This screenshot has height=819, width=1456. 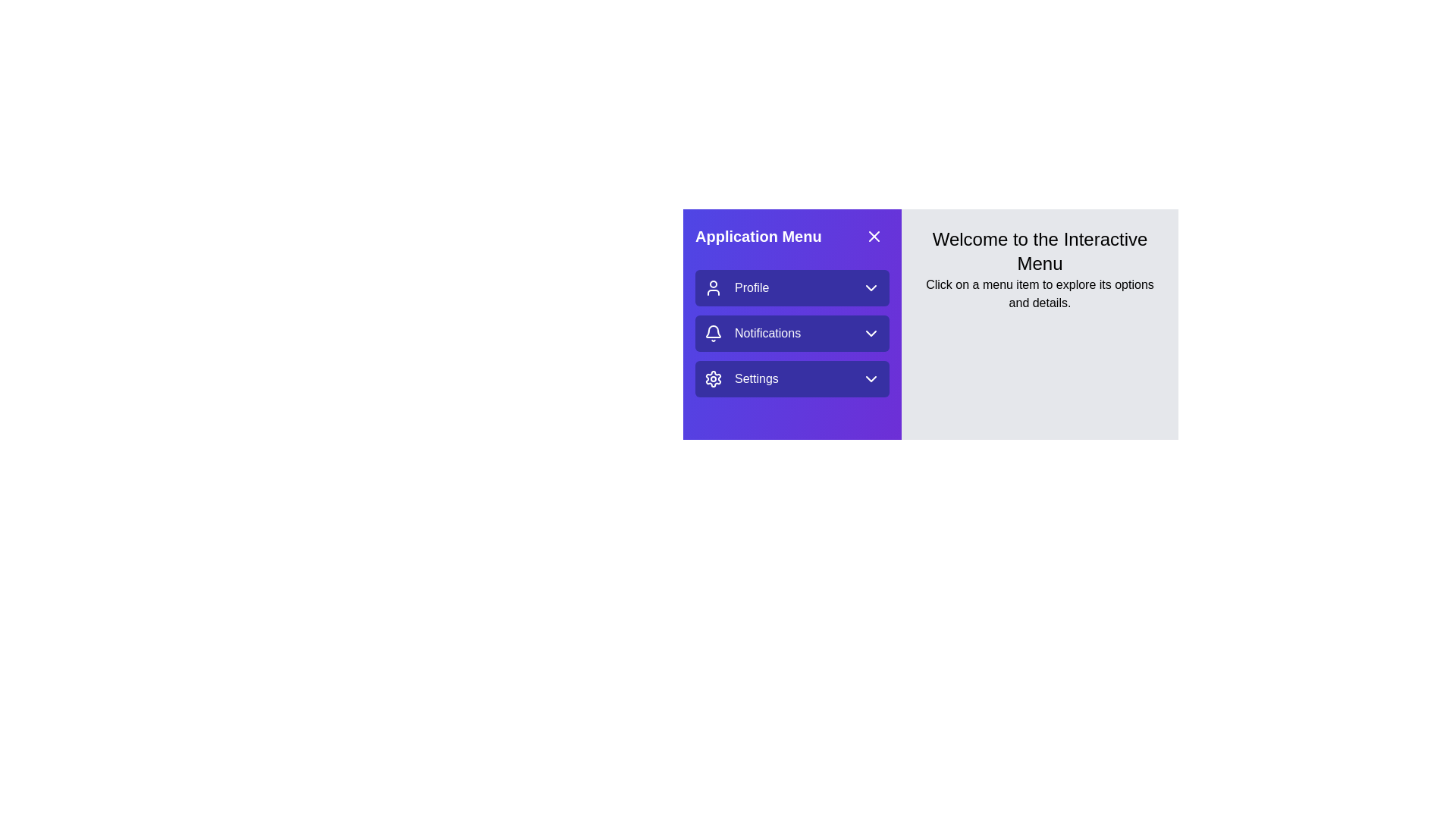 I want to click on the Dropdown Indicator Icon (Chevron) located at the rightmost position of the 'Settings' section in the 'Application Menu', so click(x=871, y=378).